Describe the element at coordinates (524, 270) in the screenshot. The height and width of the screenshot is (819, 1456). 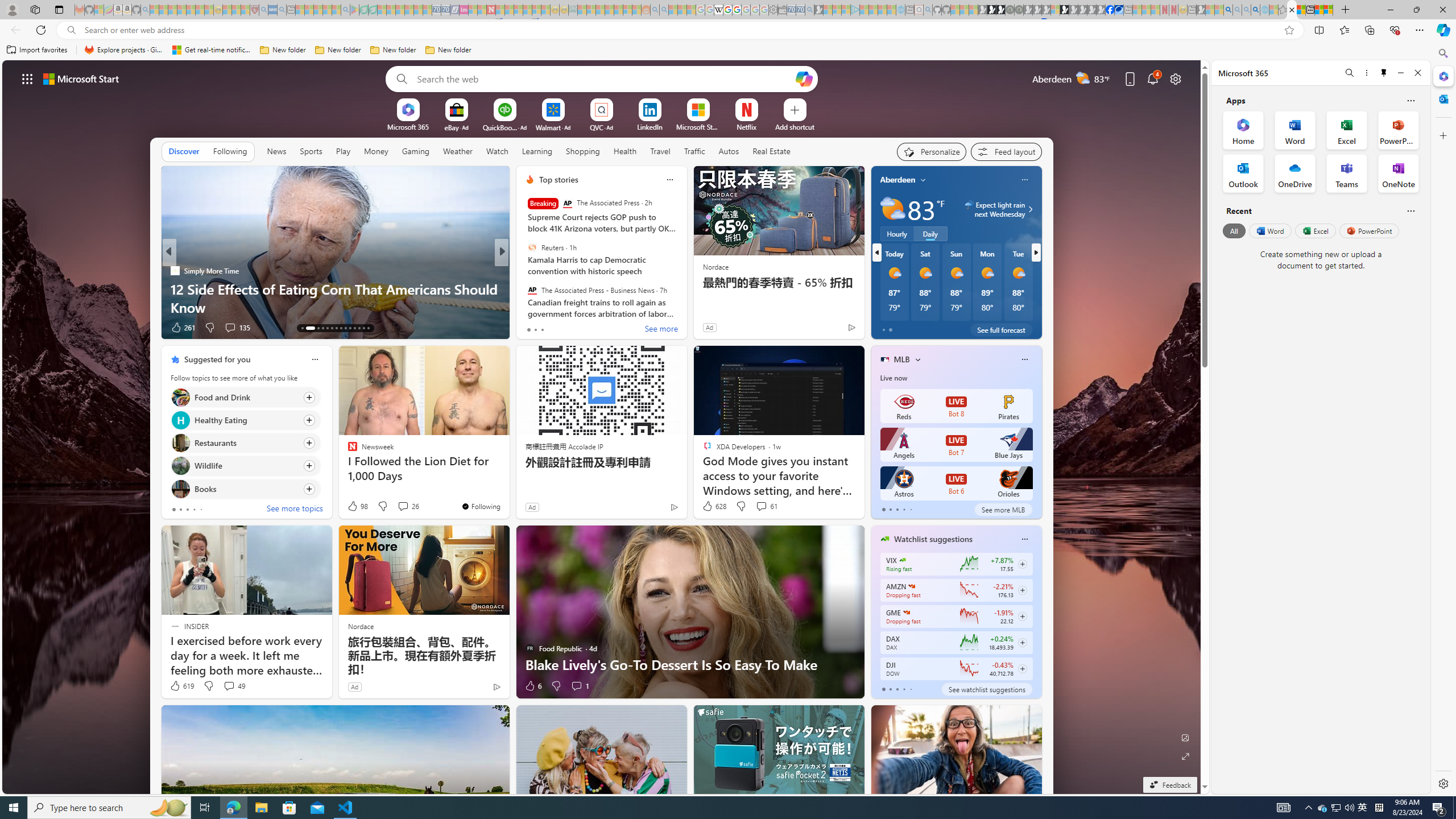
I see `'ZDNet'` at that location.